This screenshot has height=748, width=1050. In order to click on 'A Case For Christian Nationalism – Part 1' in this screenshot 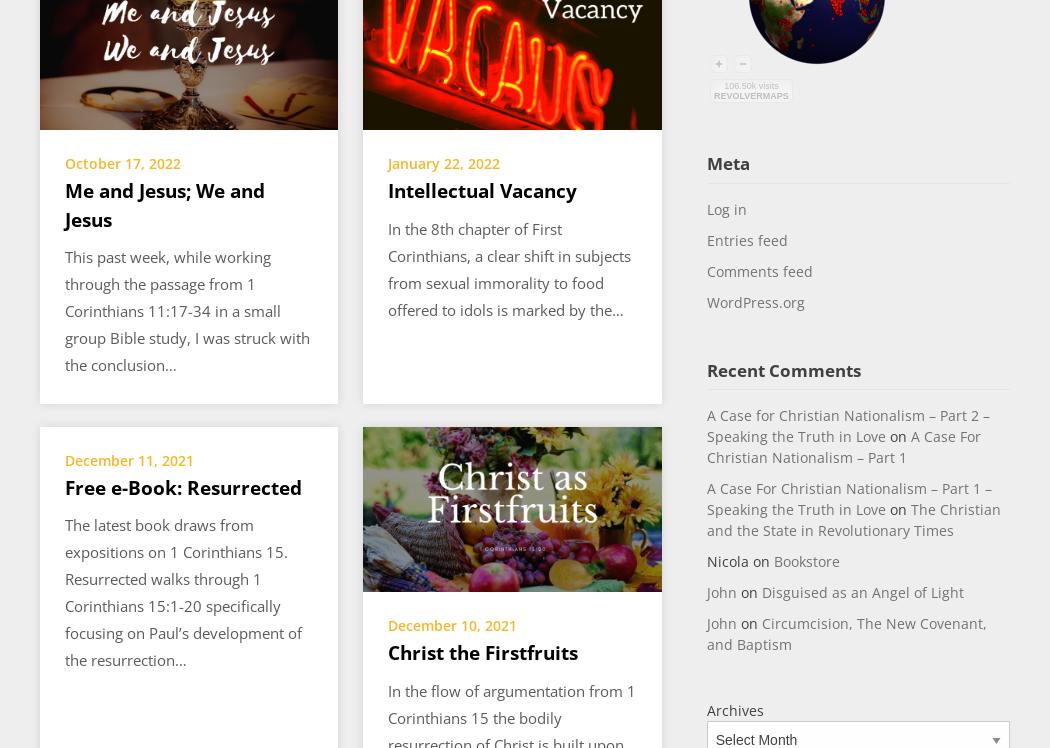, I will do `click(843, 446)`.